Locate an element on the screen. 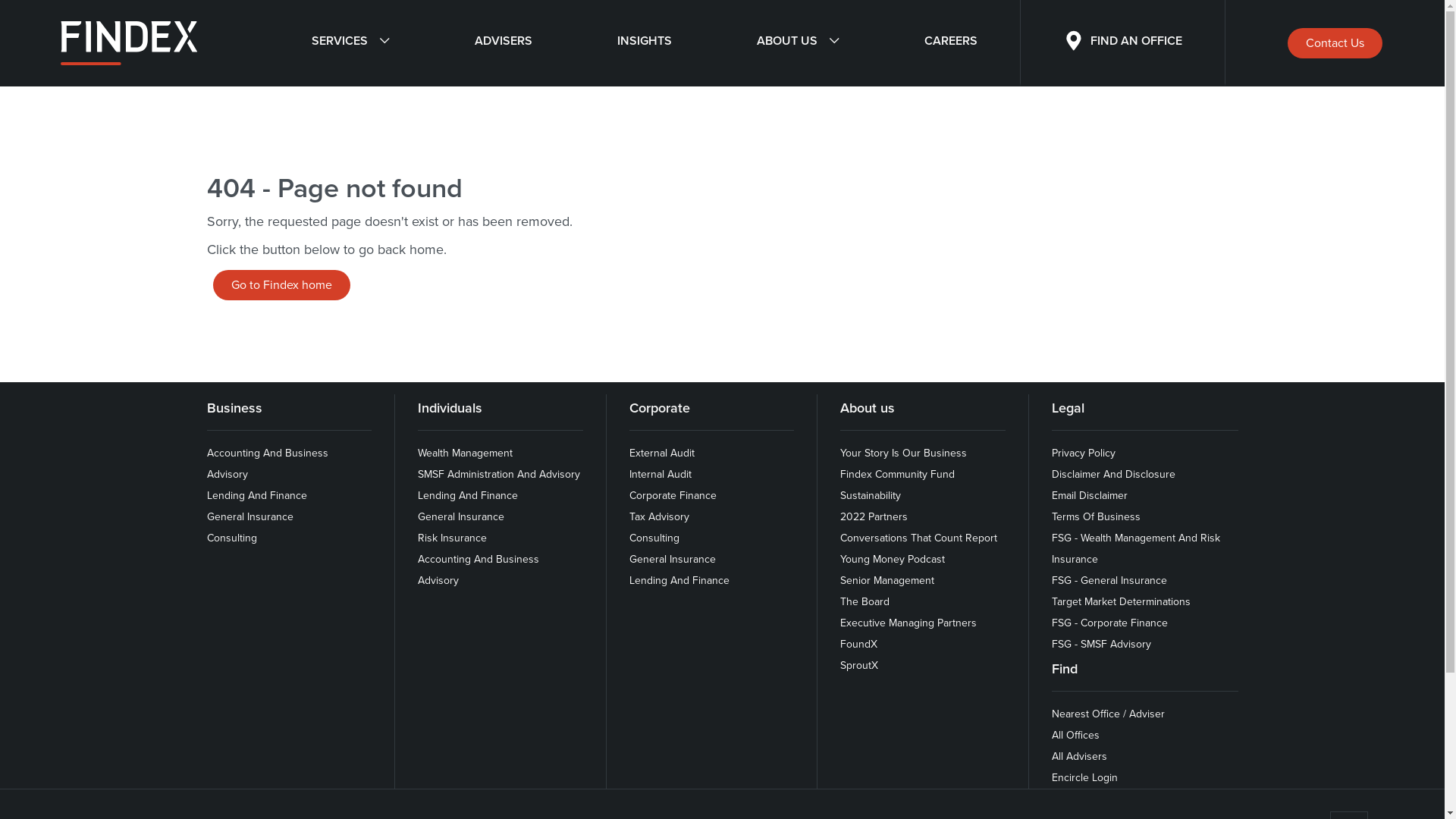 The width and height of the screenshot is (1456, 819). 'Disclaimer And Disclosure' is located at coordinates (1113, 473).